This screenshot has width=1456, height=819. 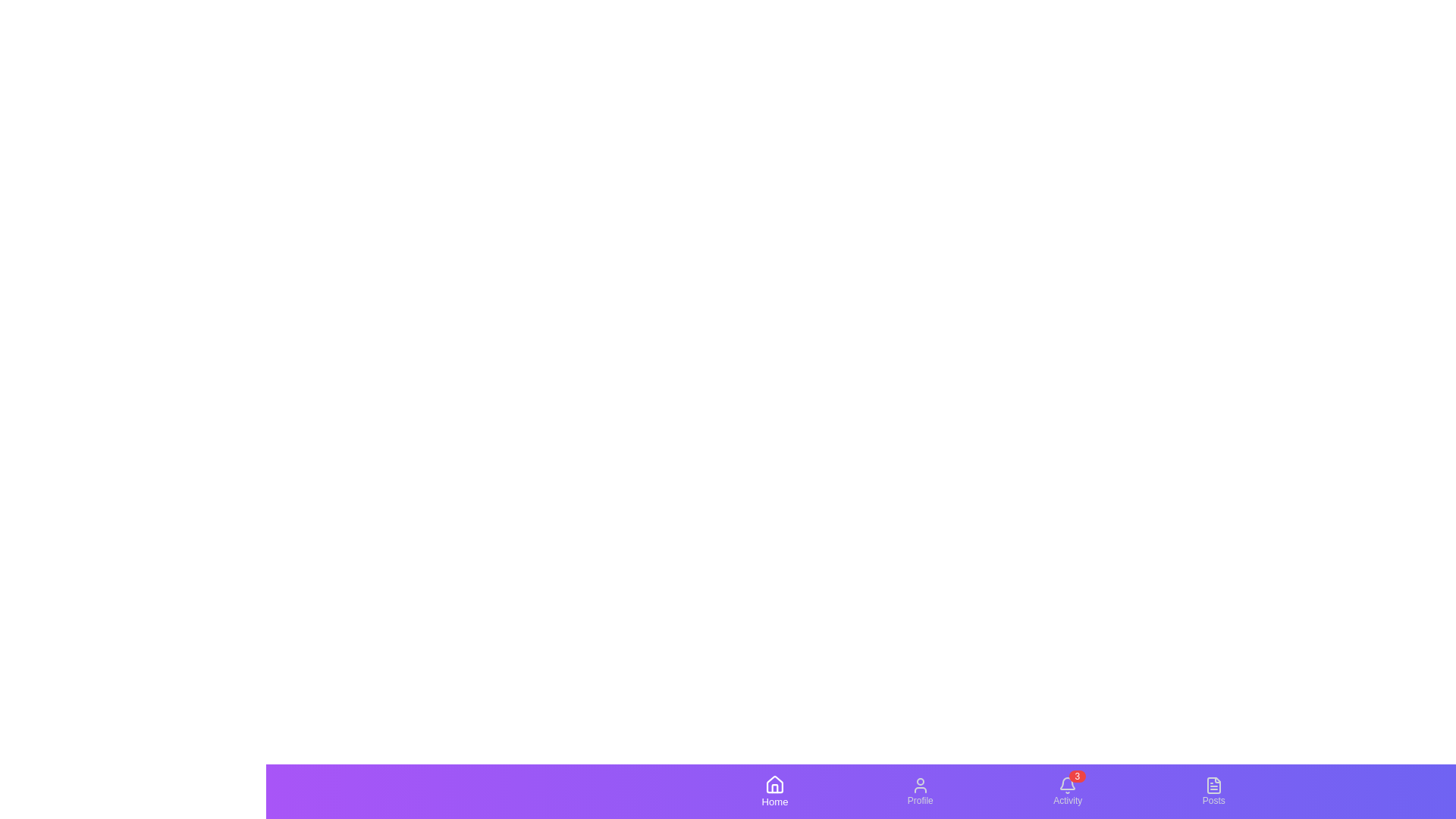 I want to click on the 'Activity' tab to view its notifications, so click(x=1066, y=785).